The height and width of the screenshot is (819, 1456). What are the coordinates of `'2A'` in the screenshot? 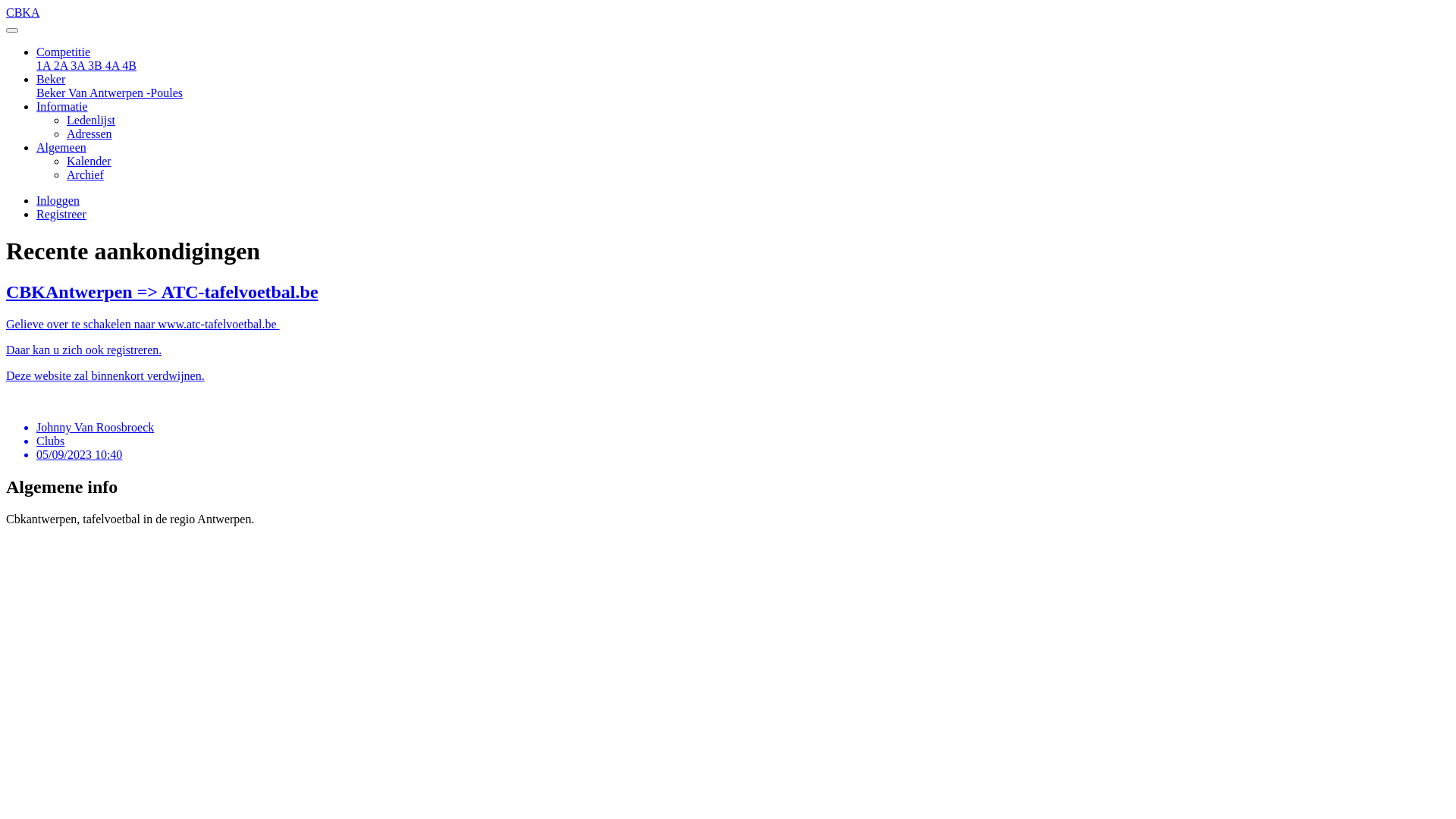 It's located at (61, 64).